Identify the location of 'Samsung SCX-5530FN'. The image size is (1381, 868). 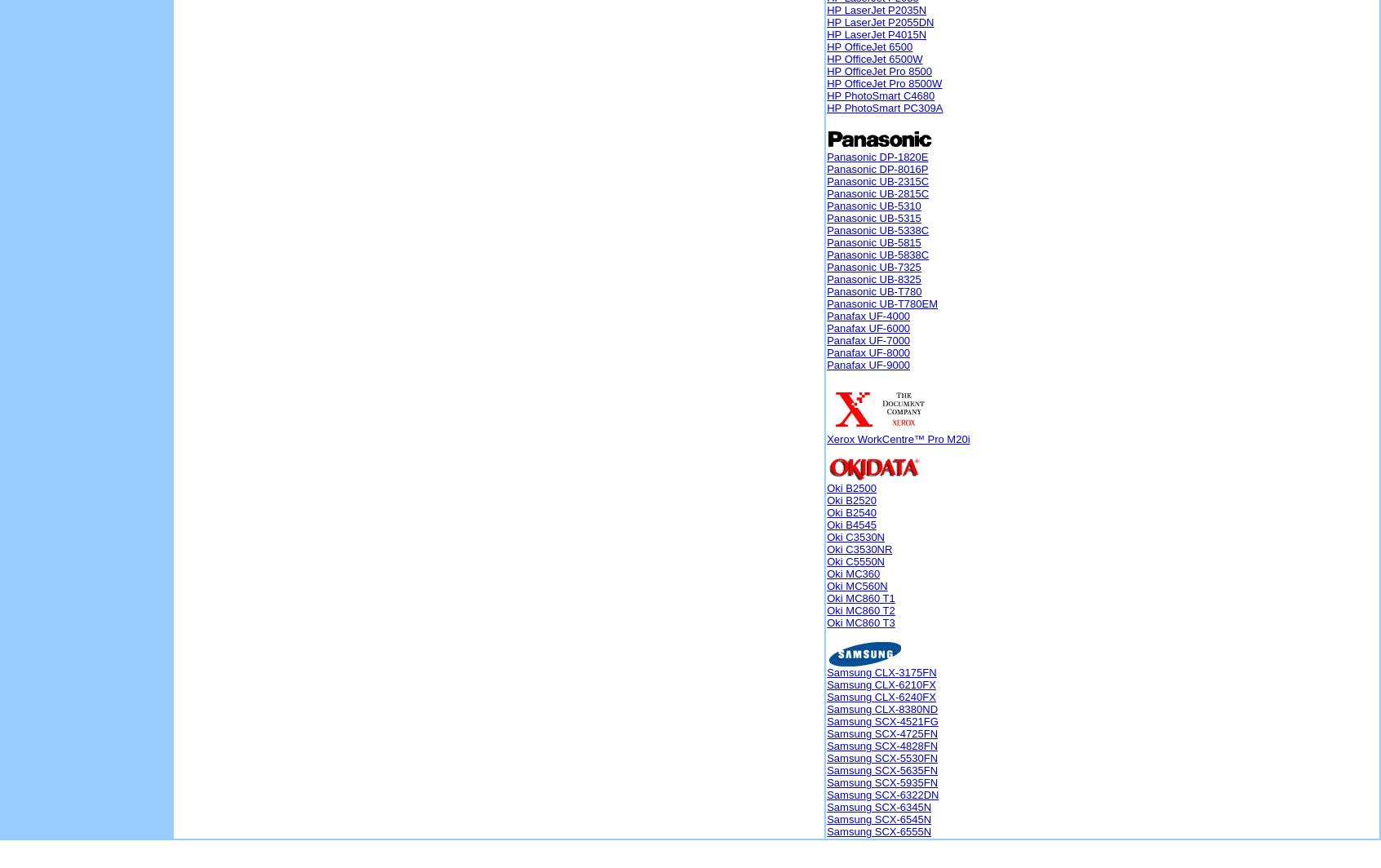
(882, 758).